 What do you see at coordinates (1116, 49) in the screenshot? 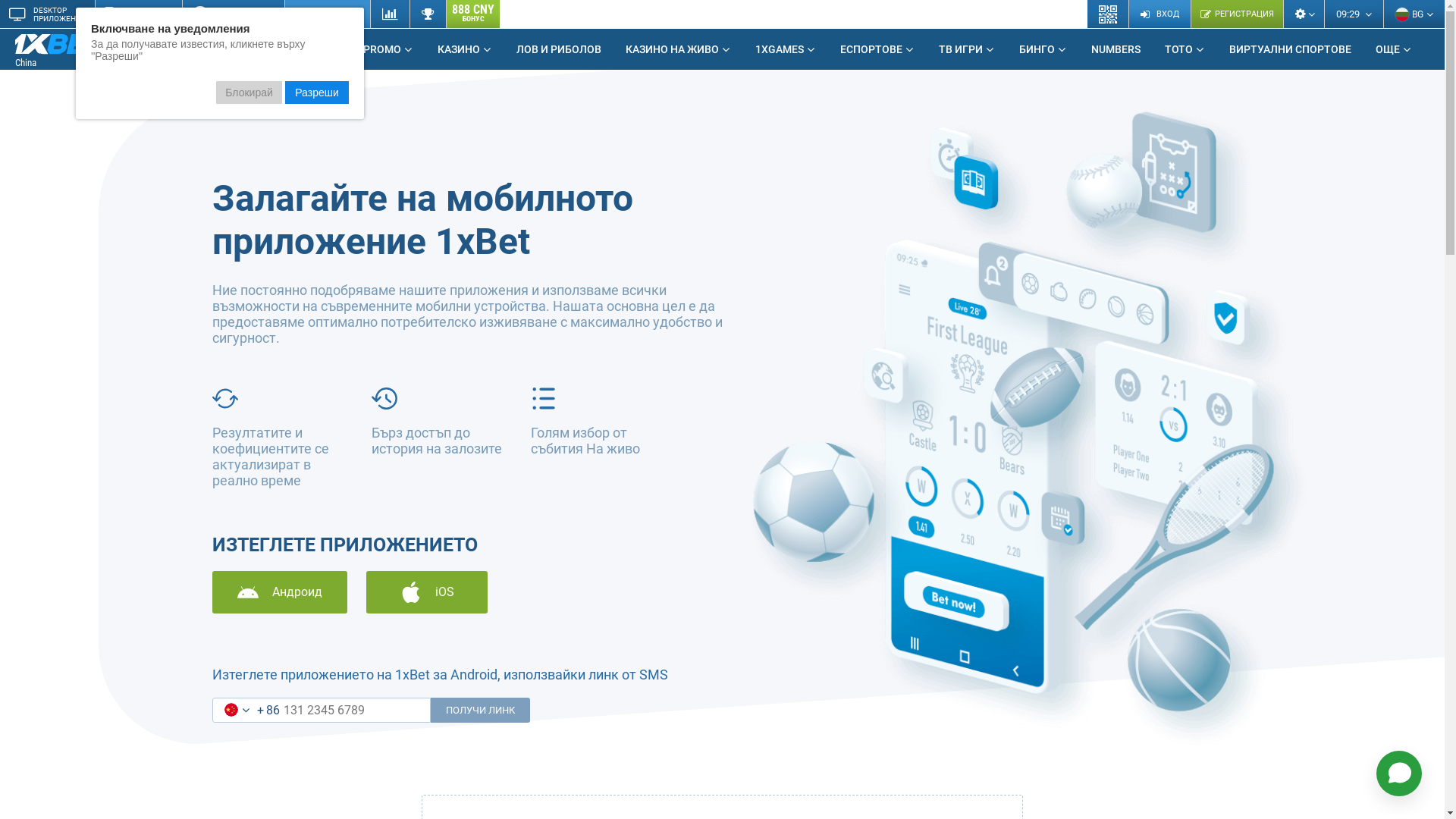
I see `'NUMBERS'` at bounding box center [1116, 49].